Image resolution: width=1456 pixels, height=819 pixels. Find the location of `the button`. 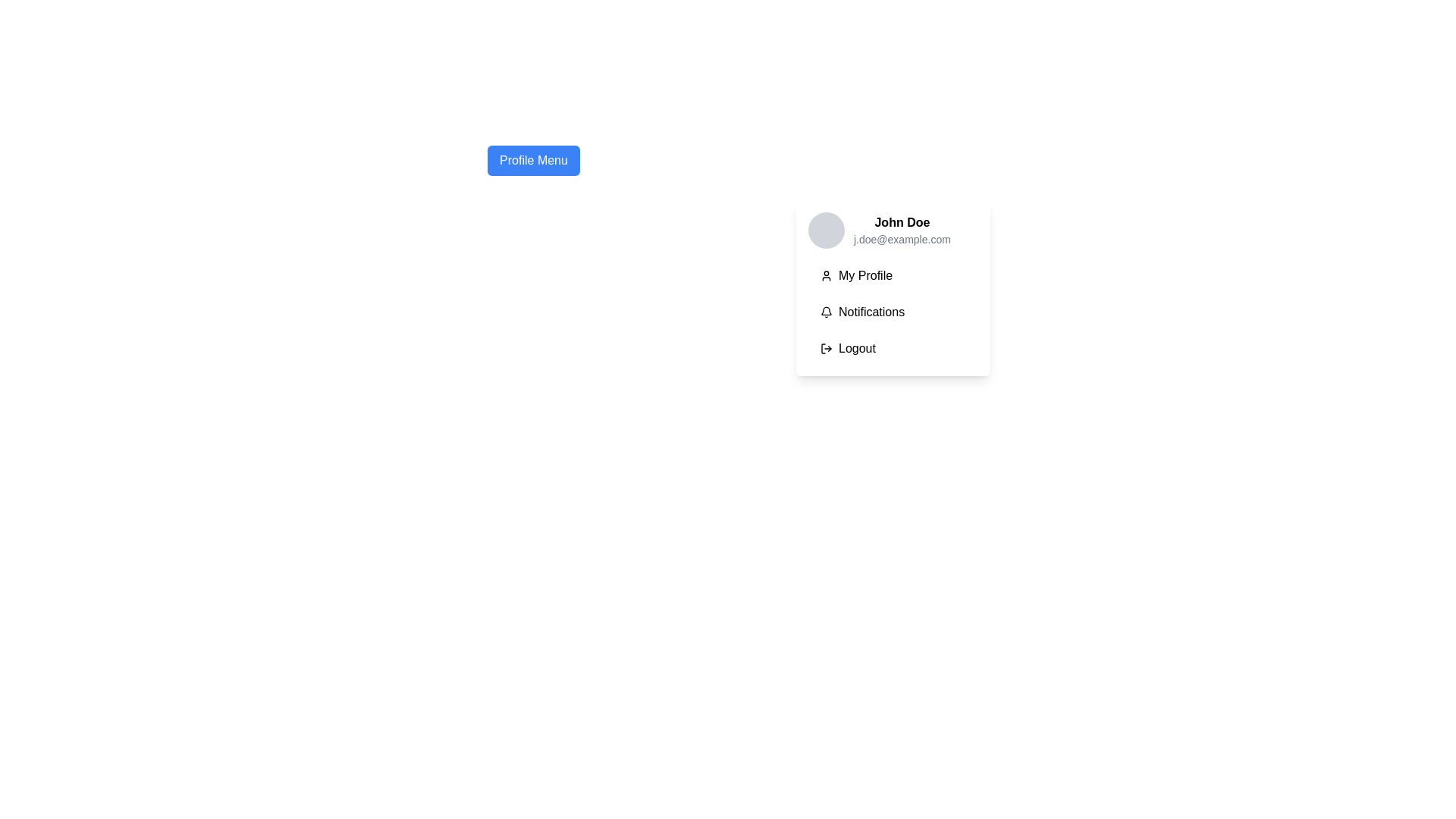

the button is located at coordinates (893, 312).